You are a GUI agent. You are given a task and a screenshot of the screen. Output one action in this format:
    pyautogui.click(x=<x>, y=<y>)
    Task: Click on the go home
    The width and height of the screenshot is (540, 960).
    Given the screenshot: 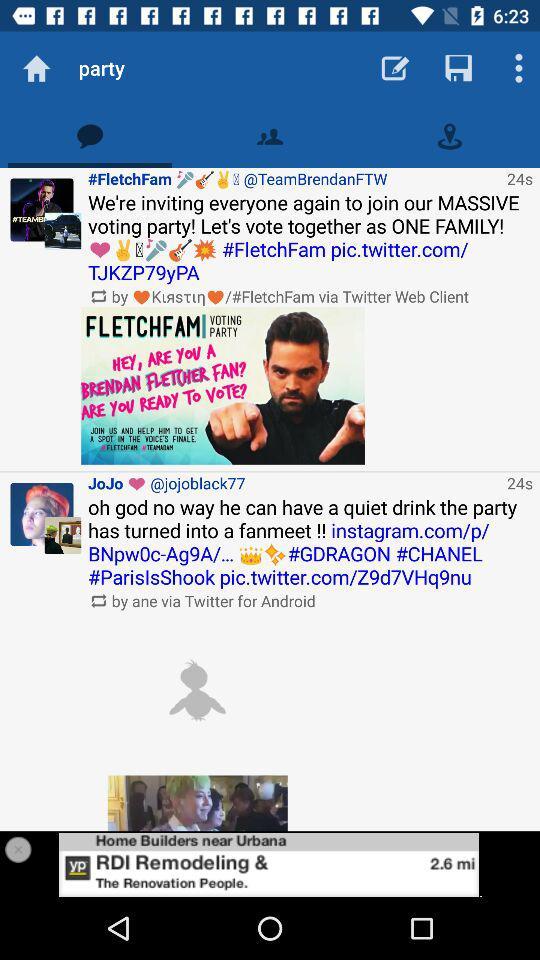 What is the action you would take?
    pyautogui.click(x=36, y=68)
    